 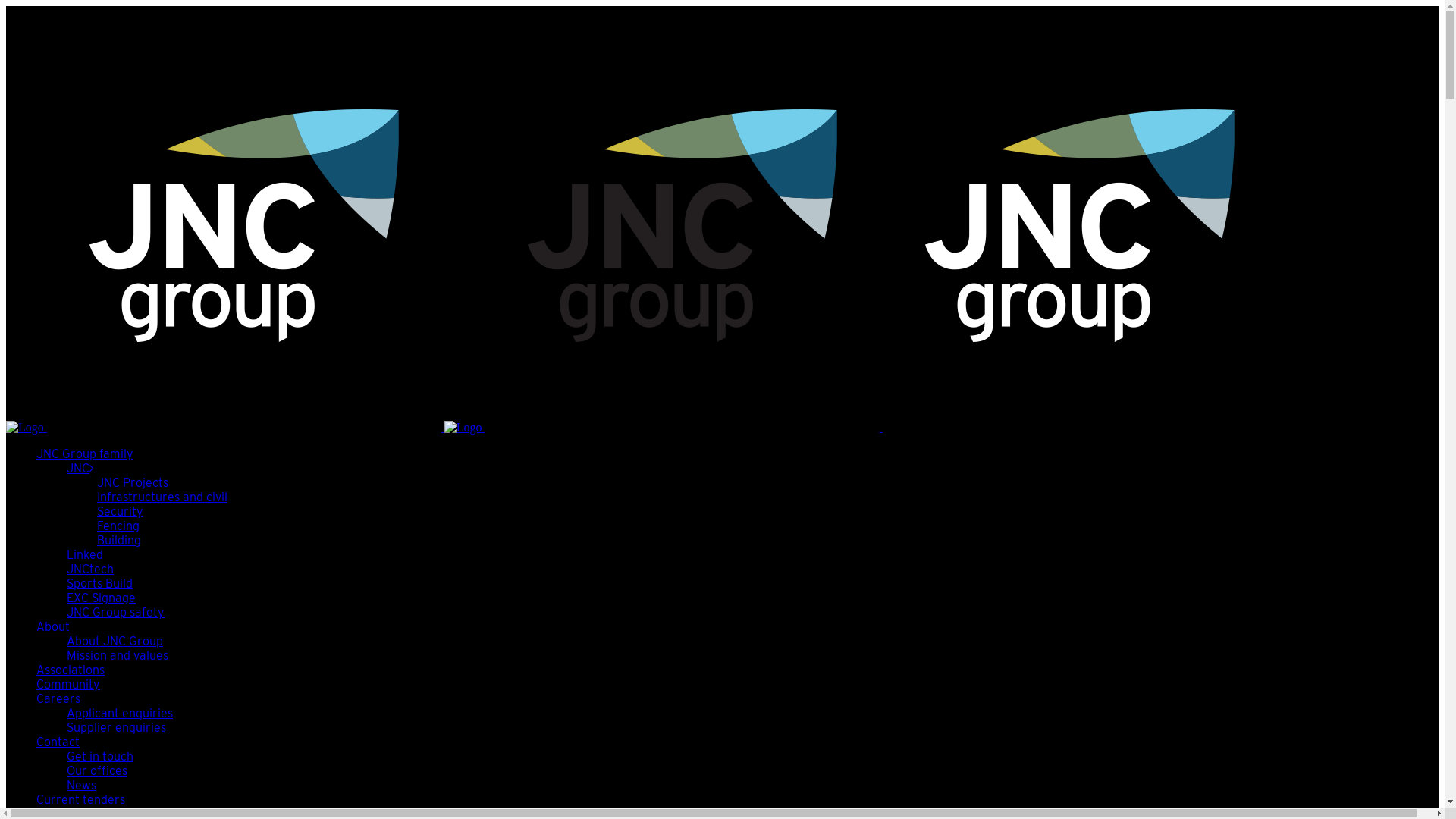 What do you see at coordinates (162, 497) in the screenshot?
I see `'Infrastructures and civil'` at bounding box center [162, 497].